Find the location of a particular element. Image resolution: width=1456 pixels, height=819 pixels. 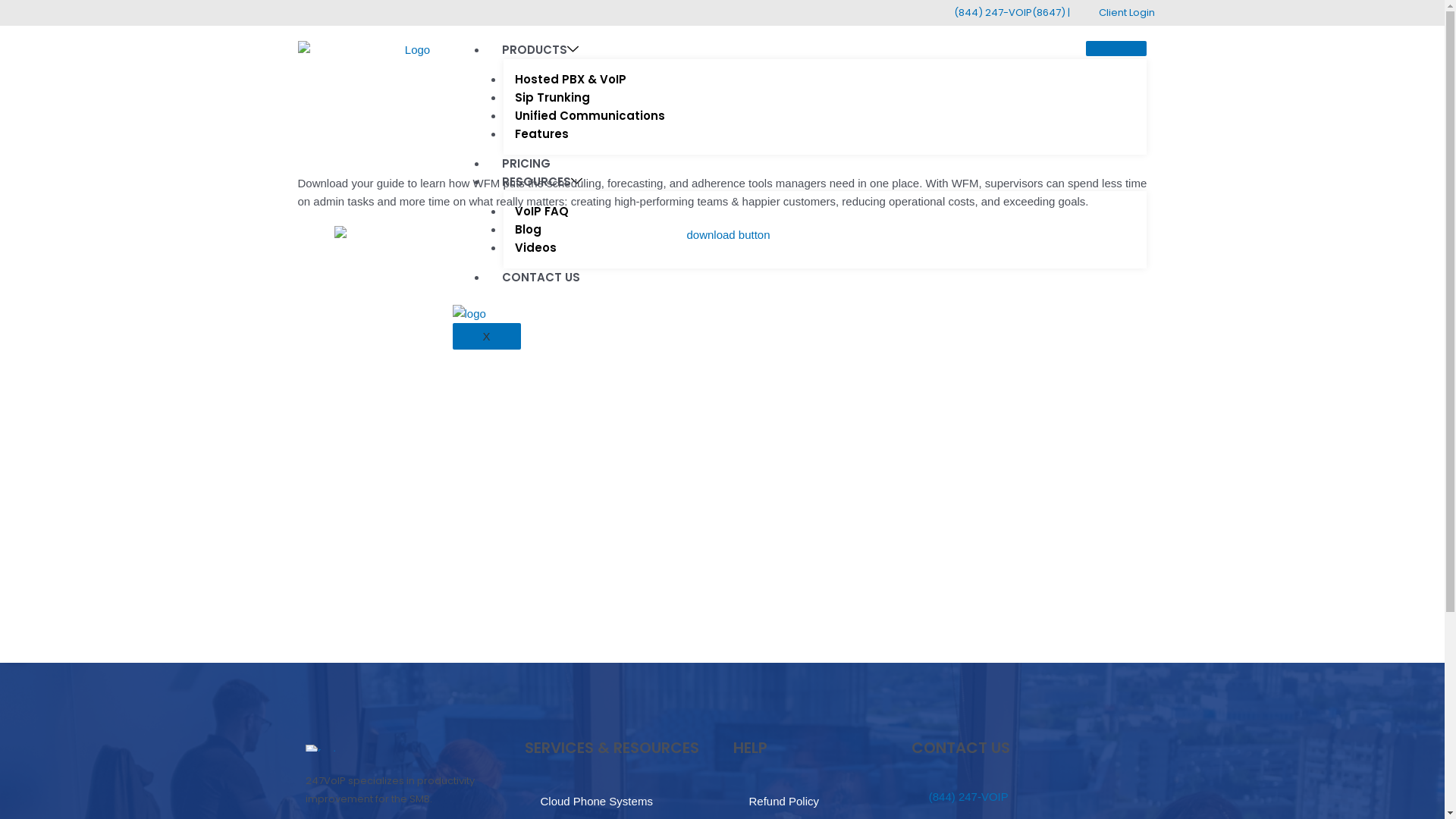

'Features' is located at coordinates (541, 133).